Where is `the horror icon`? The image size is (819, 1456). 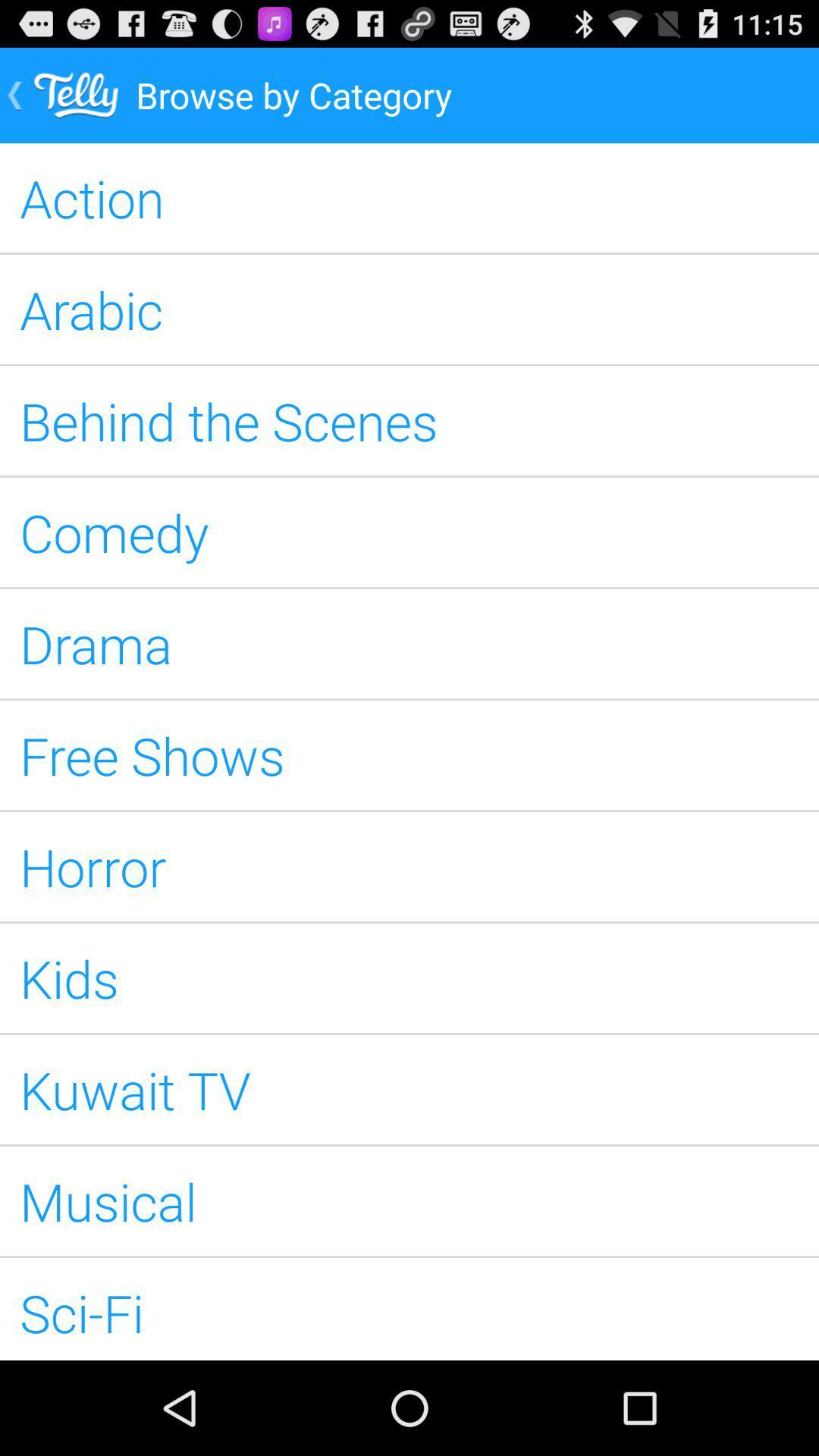 the horror icon is located at coordinates (409, 866).